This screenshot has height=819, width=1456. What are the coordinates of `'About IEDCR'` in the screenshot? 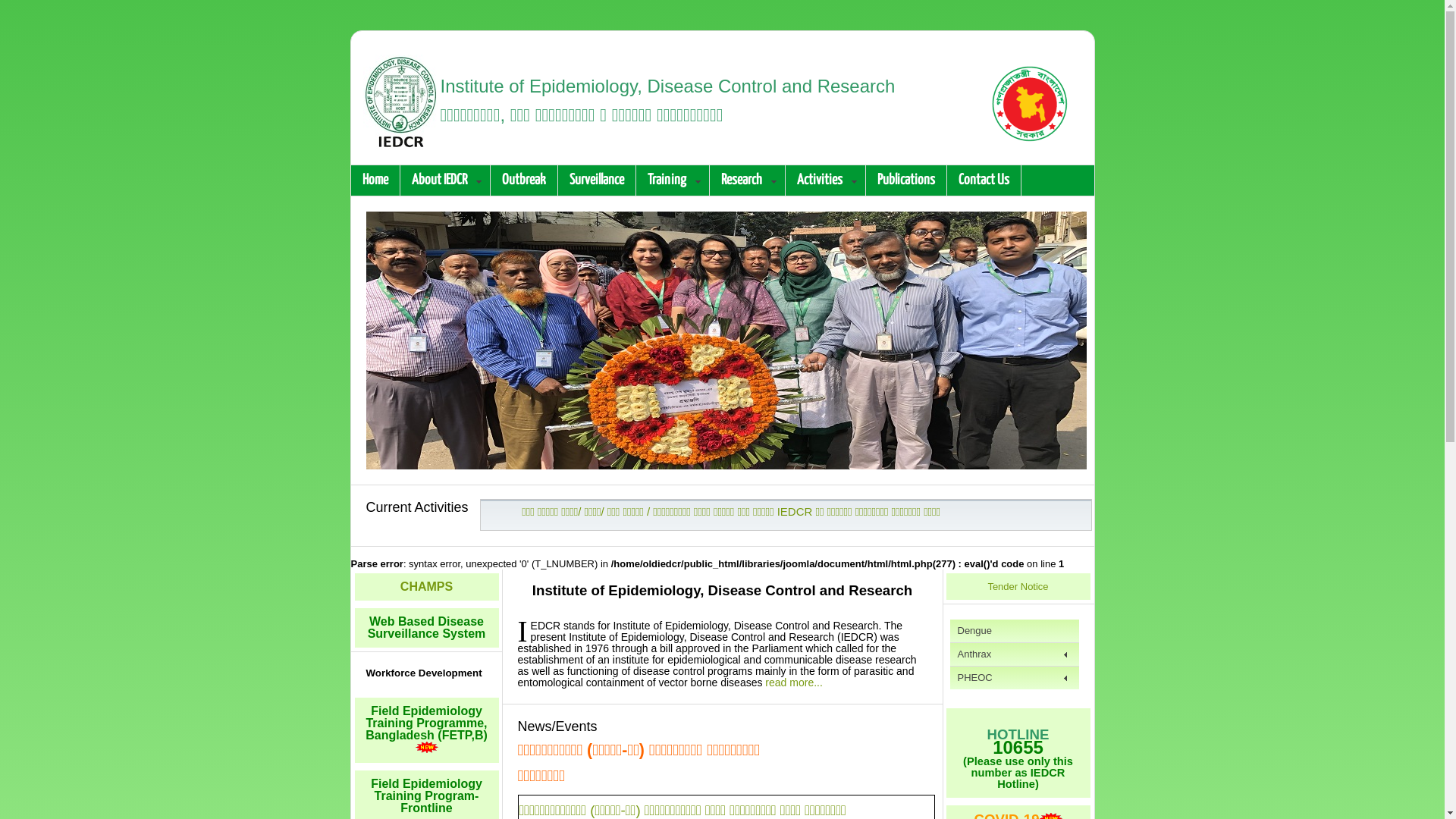 It's located at (444, 180).